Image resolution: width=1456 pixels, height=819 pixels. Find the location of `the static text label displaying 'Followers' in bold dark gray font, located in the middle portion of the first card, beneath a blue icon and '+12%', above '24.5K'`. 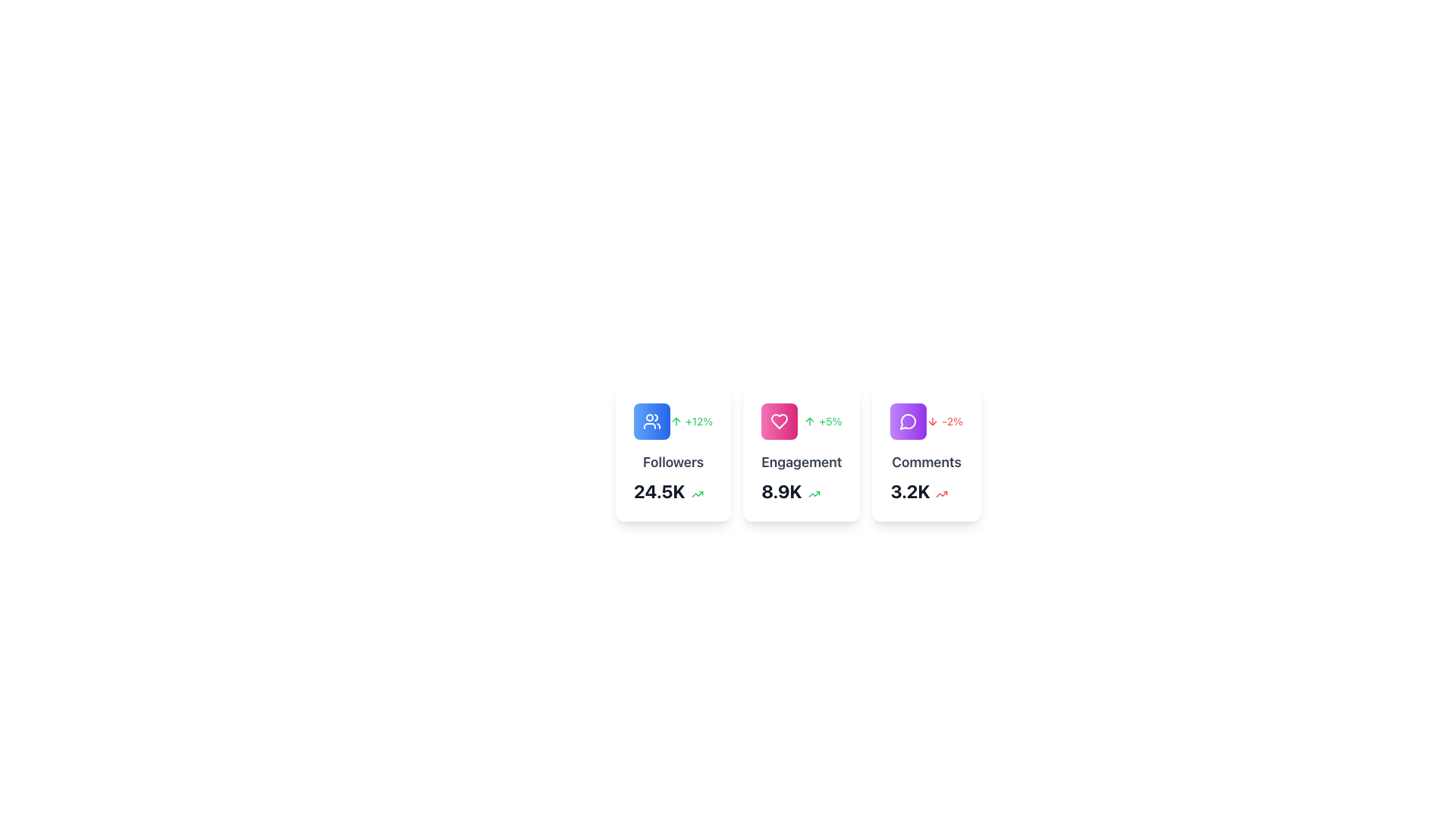

the static text label displaying 'Followers' in bold dark gray font, located in the middle portion of the first card, beneath a blue icon and '+12%', above '24.5K' is located at coordinates (673, 461).